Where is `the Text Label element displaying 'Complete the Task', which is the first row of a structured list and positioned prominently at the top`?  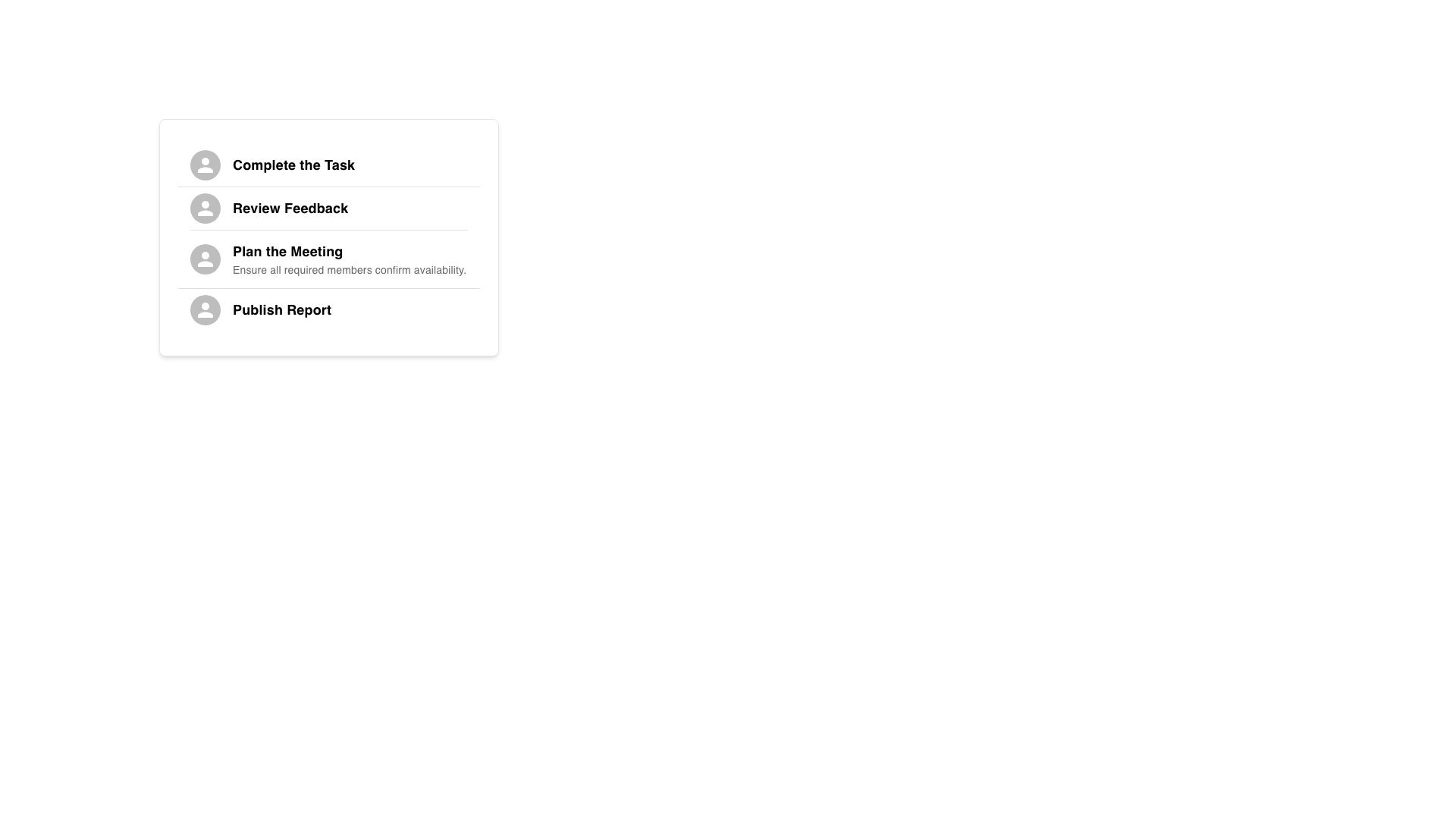
the Text Label element displaying 'Complete the Task', which is the first row of a structured list and positioned prominently at the top is located at coordinates (293, 165).